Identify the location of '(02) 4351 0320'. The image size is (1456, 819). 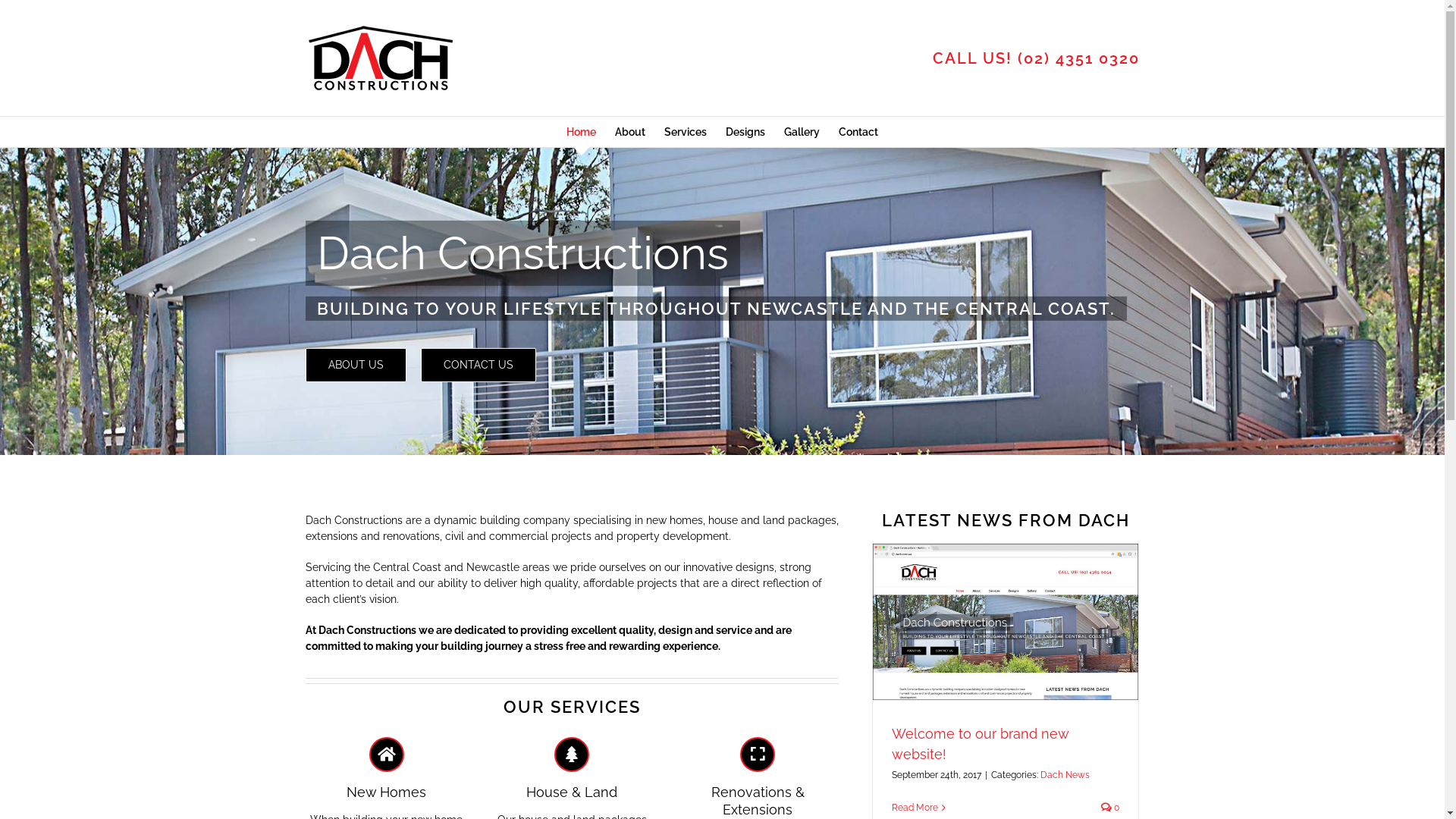
(1018, 57).